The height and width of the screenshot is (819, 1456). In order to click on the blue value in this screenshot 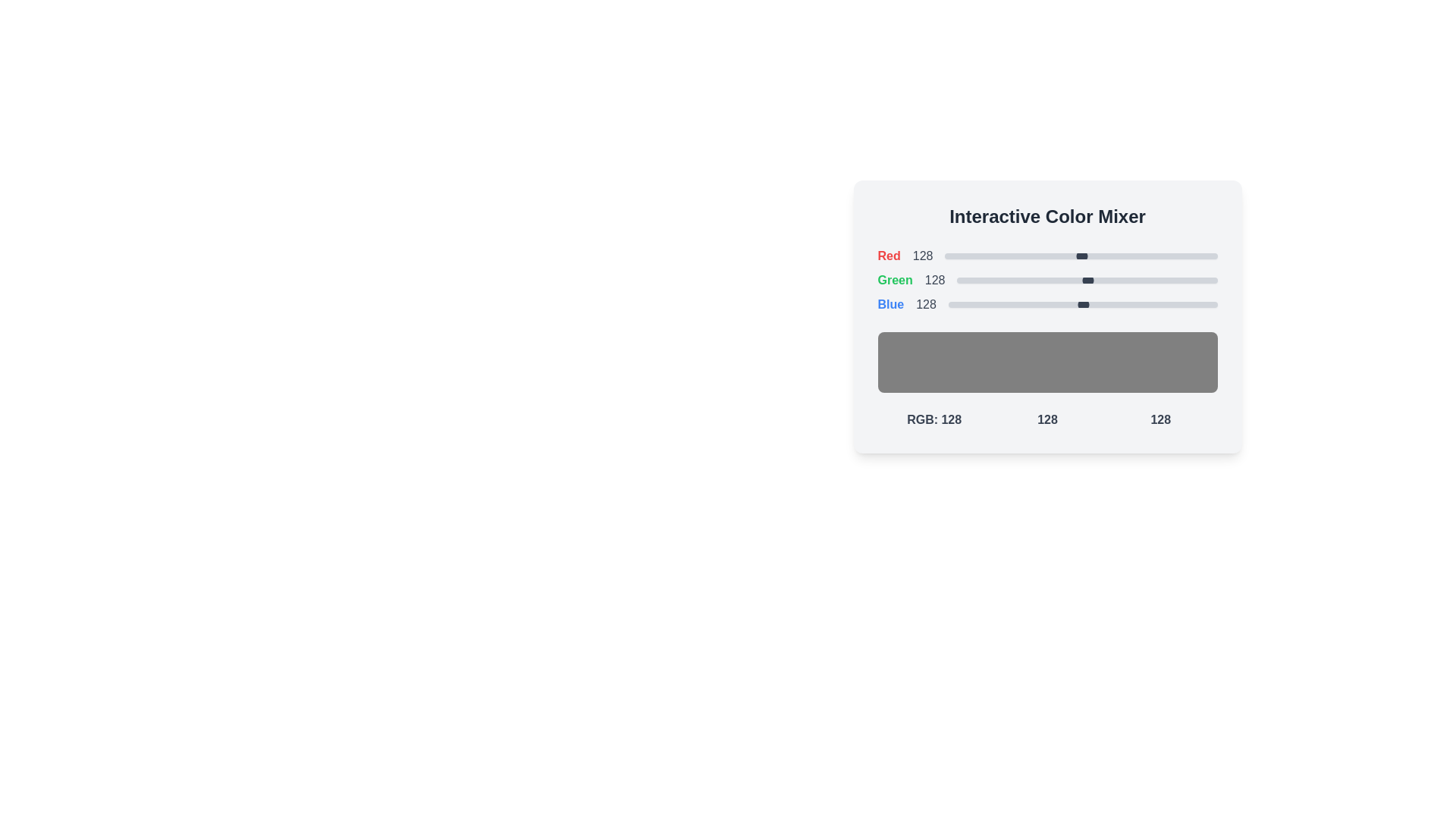, I will do `click(1188, 304)`.